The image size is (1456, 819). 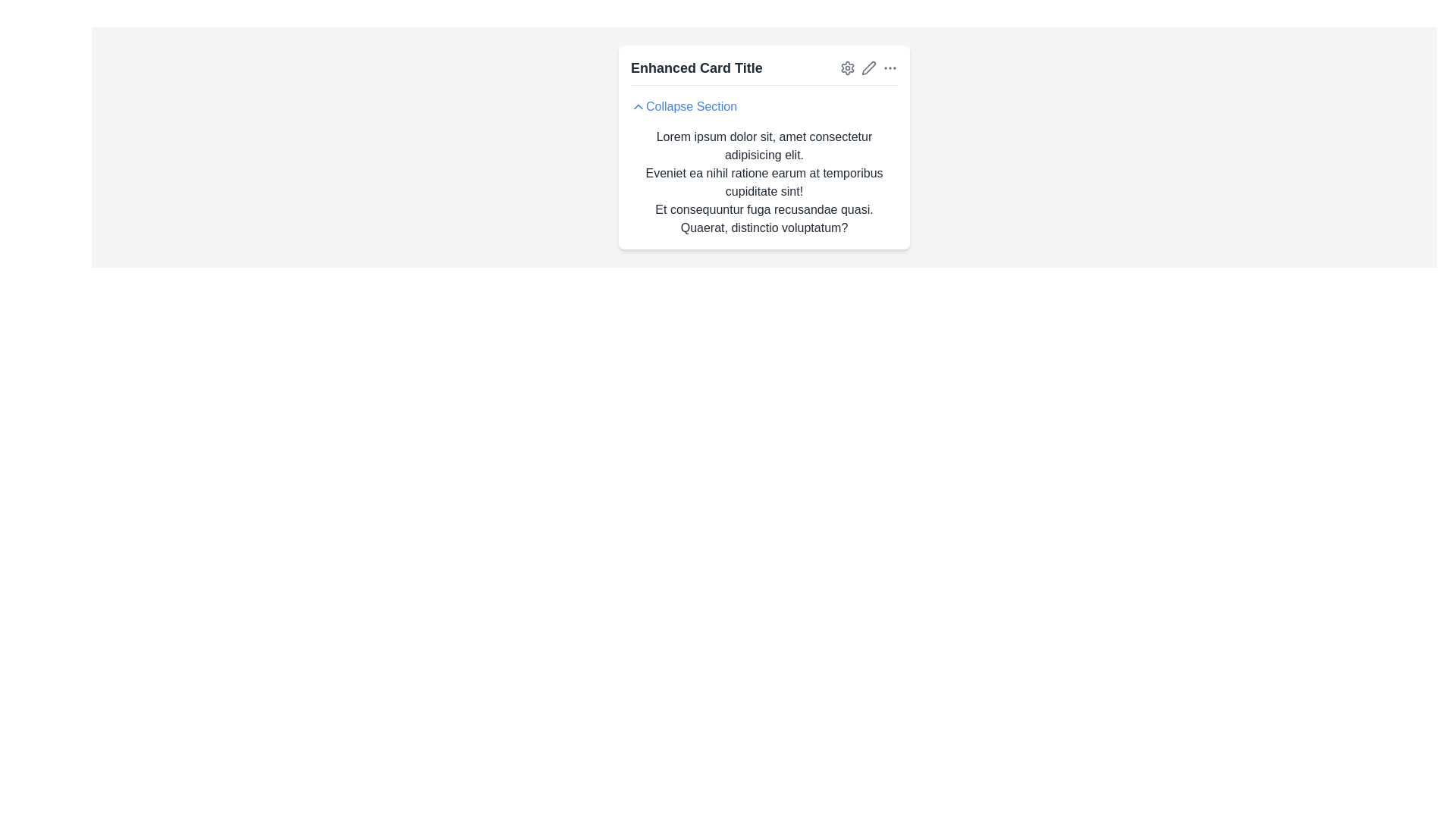 What do you see at coordinates (847, 67) in the screenshot?
I see `the gear-shaped icon in the top-right section of the card interface` at bounding box center [847, 67].